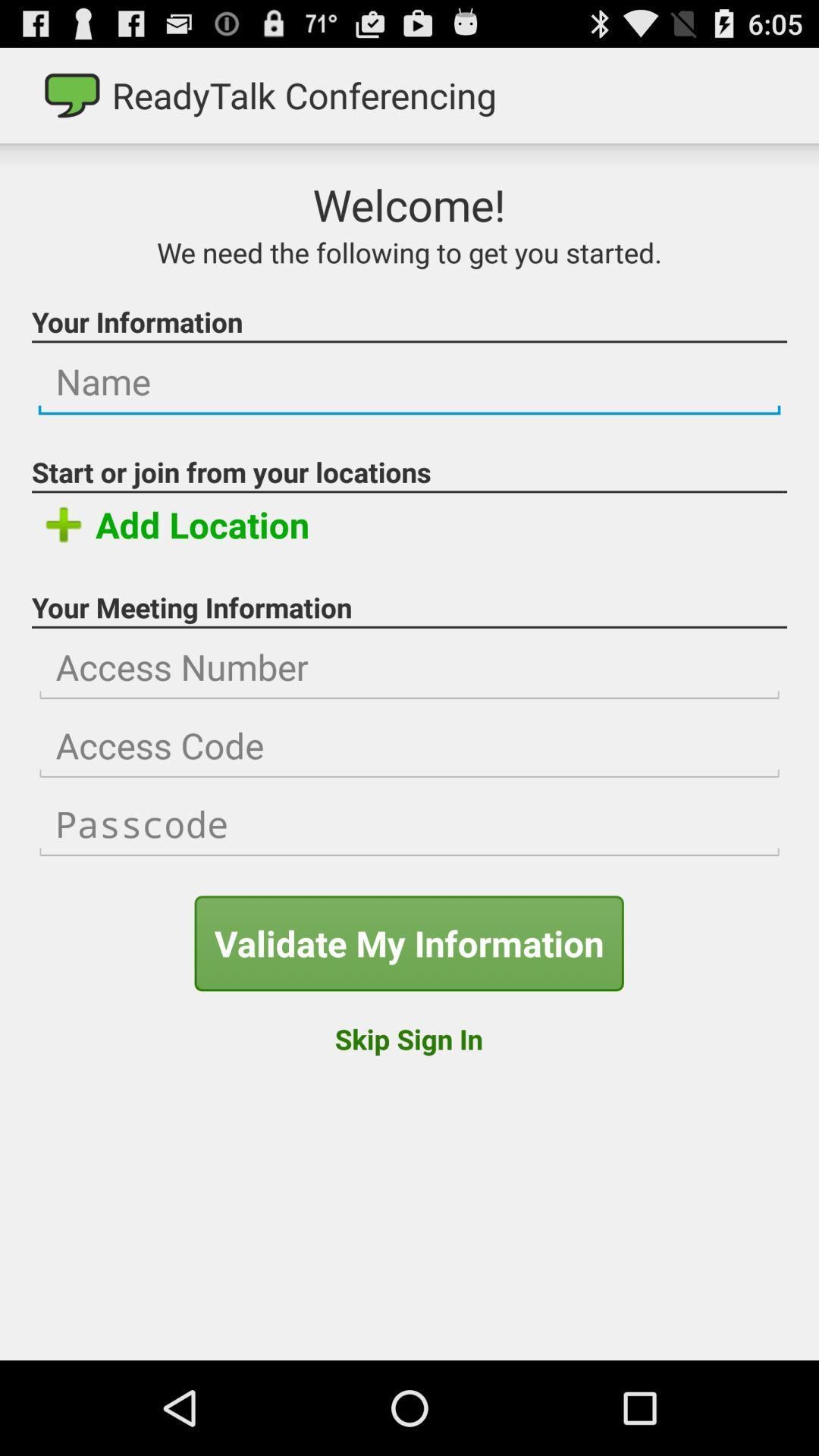  I want to click on skip sign in button, so click(408, 1038).